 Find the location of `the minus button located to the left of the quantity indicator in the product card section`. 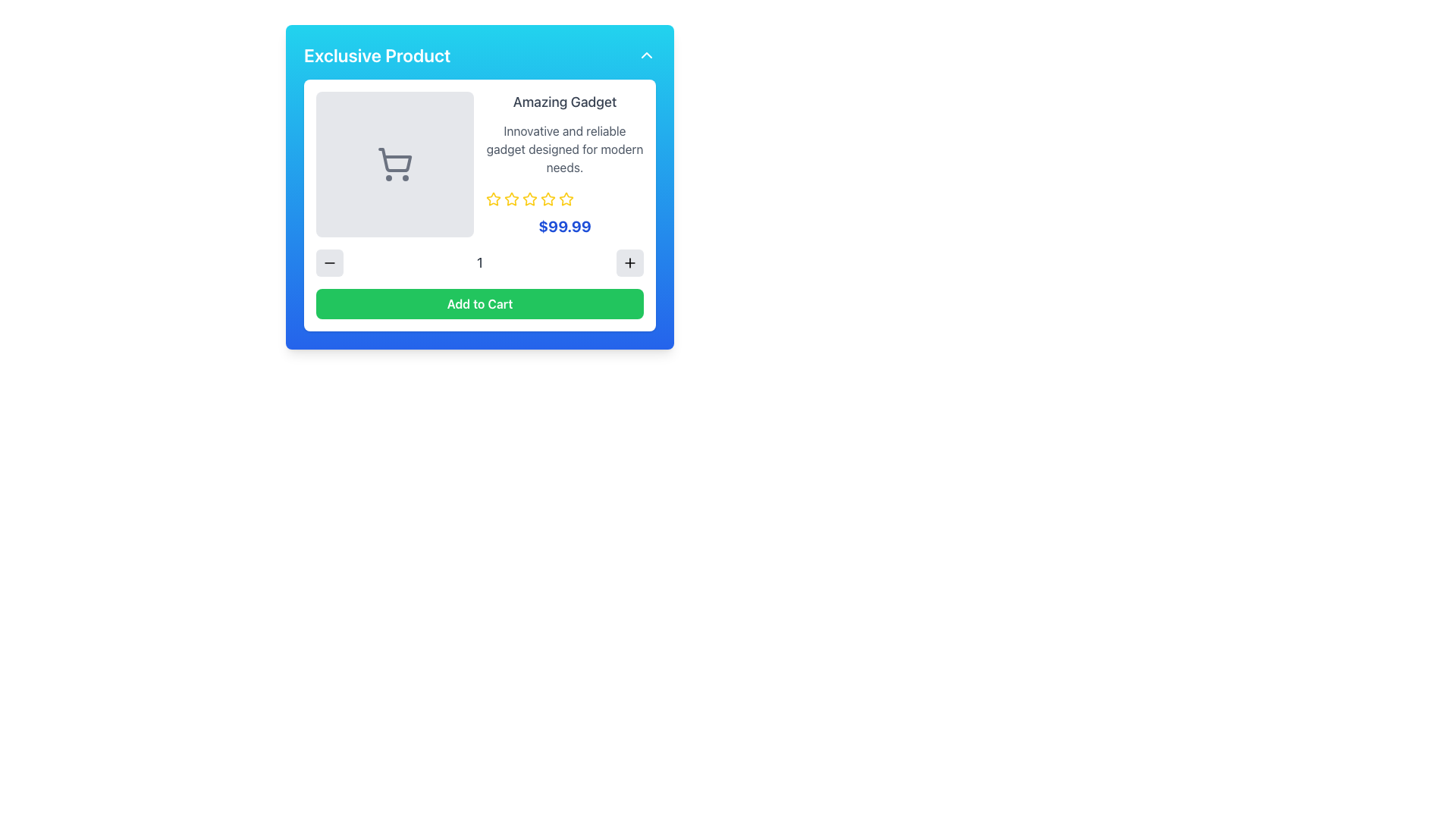

the minus button located to the left of the quantity indicator in the product card section is located at coordinates (329, 262).